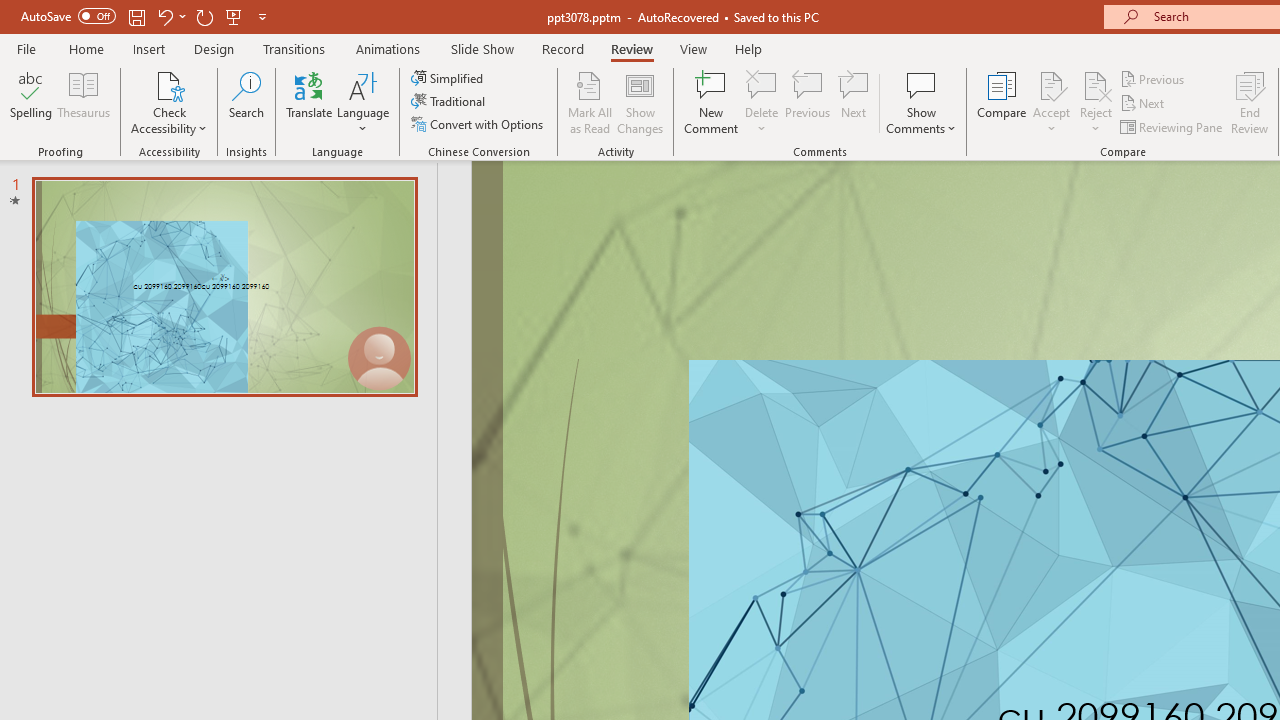 This screenshot has width=1280, height=720. Describe the element at coordinates (363, 103) in the screenshot. I see `'Language'` at that location.